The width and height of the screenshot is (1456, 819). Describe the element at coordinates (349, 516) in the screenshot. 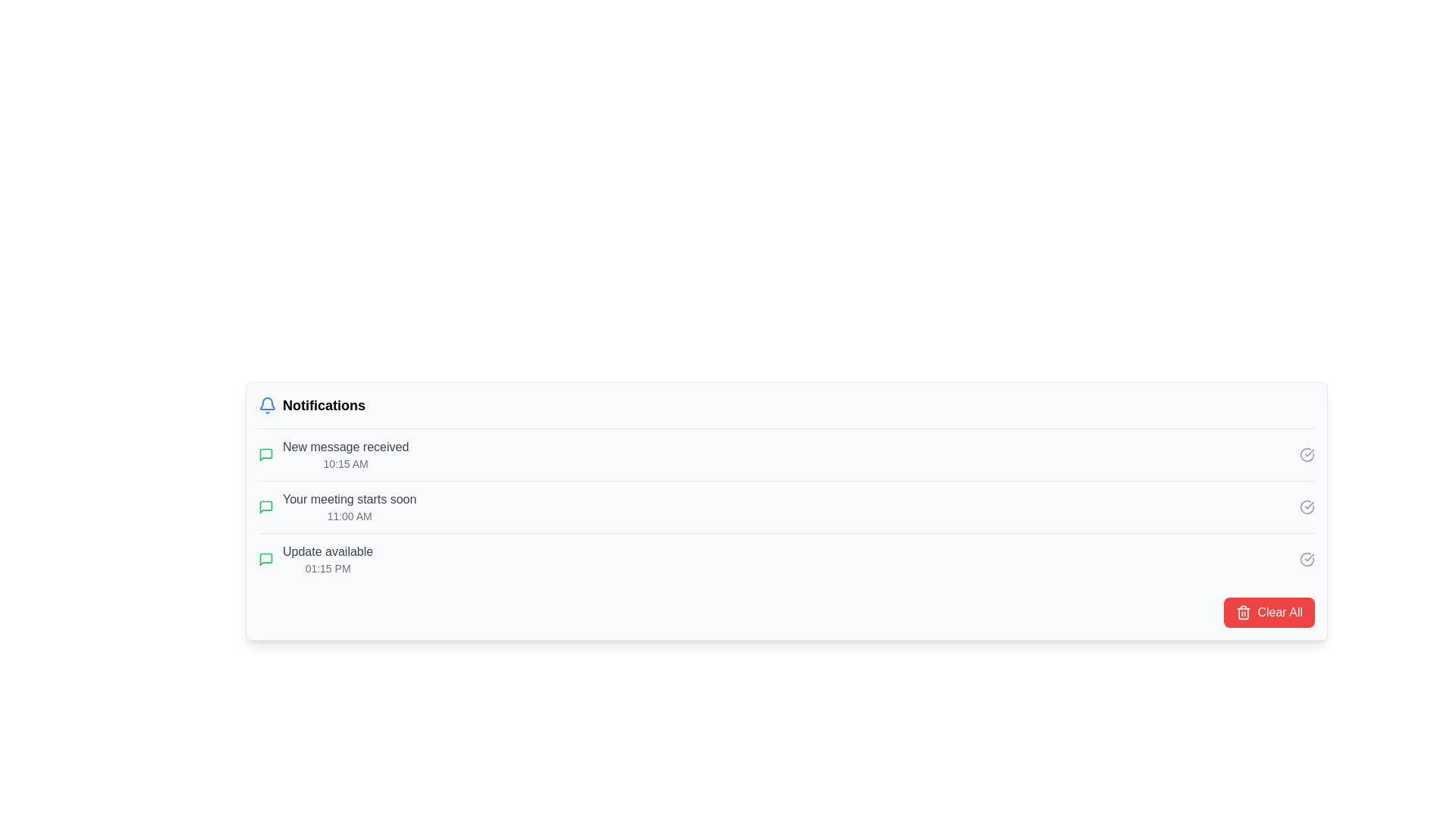

I see `the informative text label displaying the time '11:00 AM', which is positioned below the main detail 'Your meeting starts soon' and is styled in a small gray font` at that location.